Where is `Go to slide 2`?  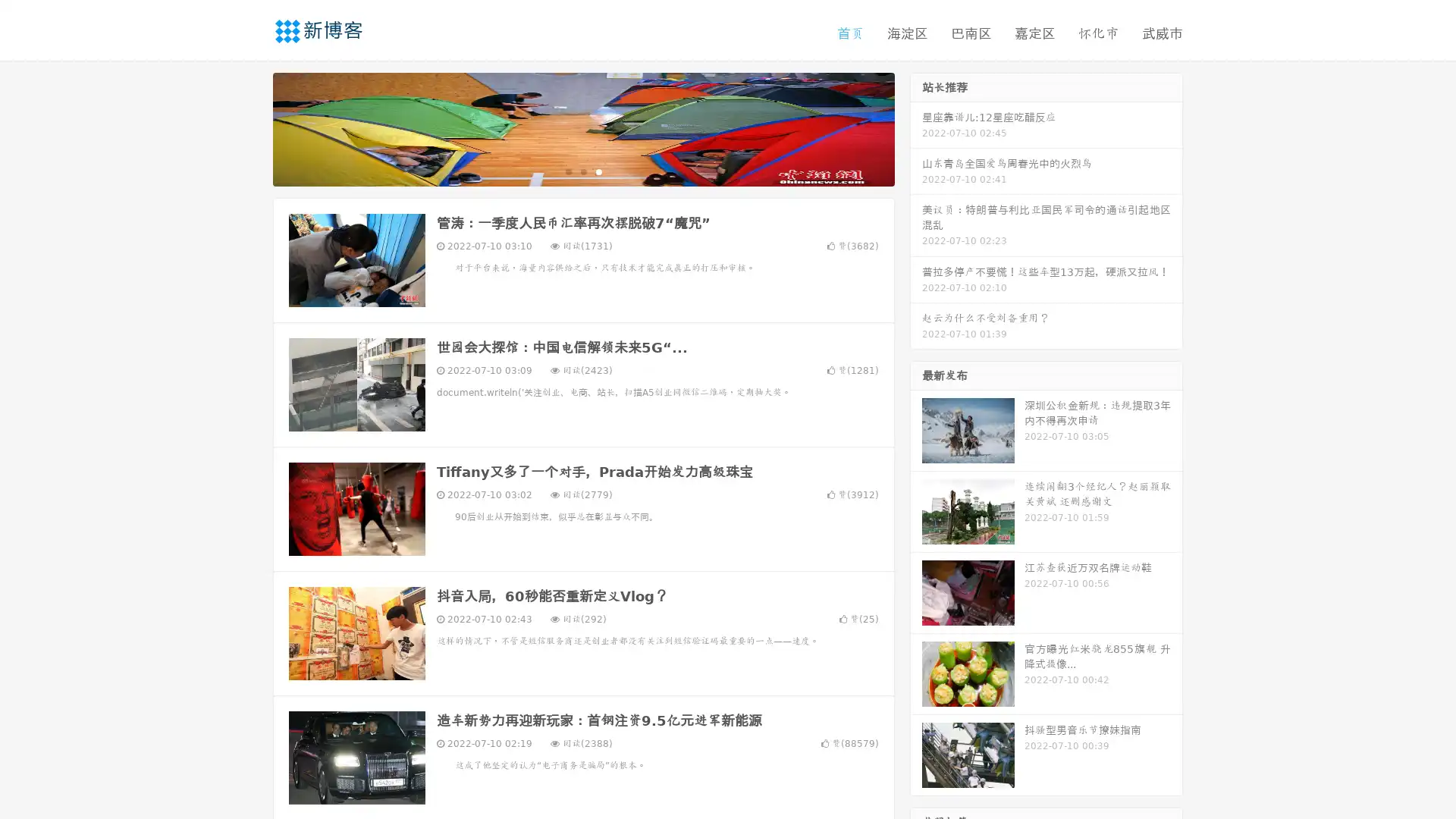 Go to slide 2 is located at coordinates (582, 171).